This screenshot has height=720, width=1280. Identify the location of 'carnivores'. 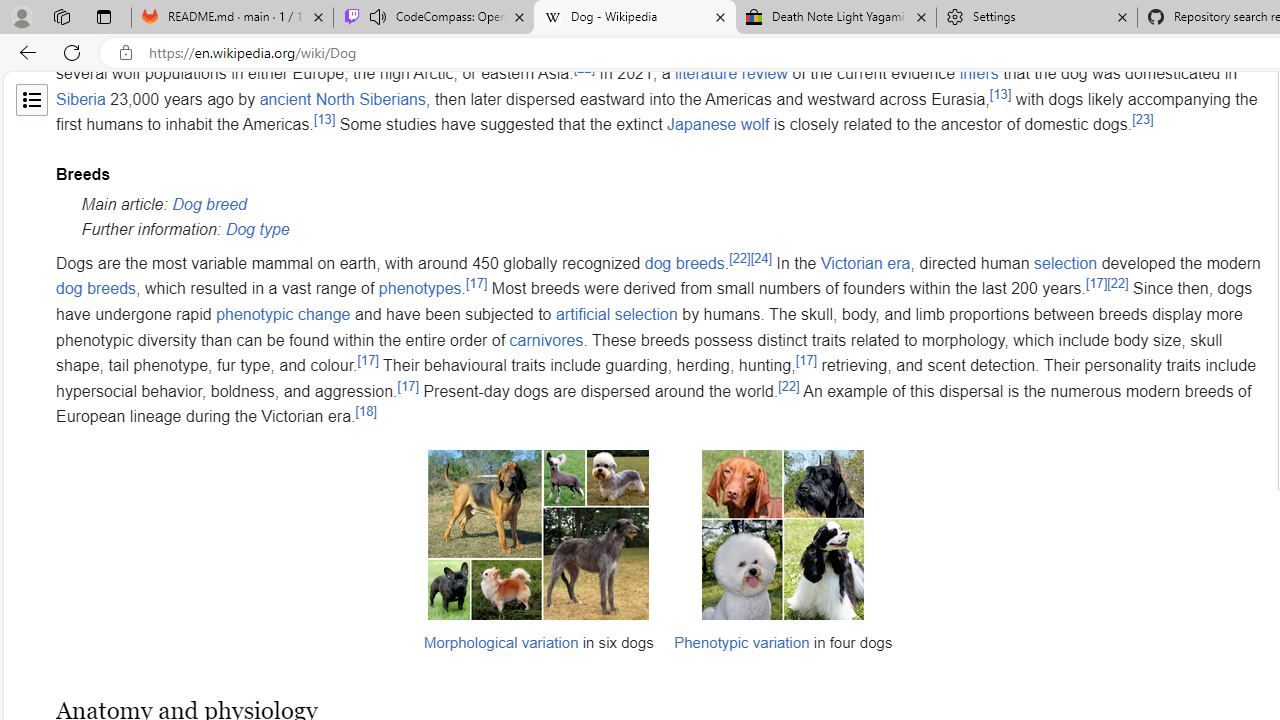
(546, 339).